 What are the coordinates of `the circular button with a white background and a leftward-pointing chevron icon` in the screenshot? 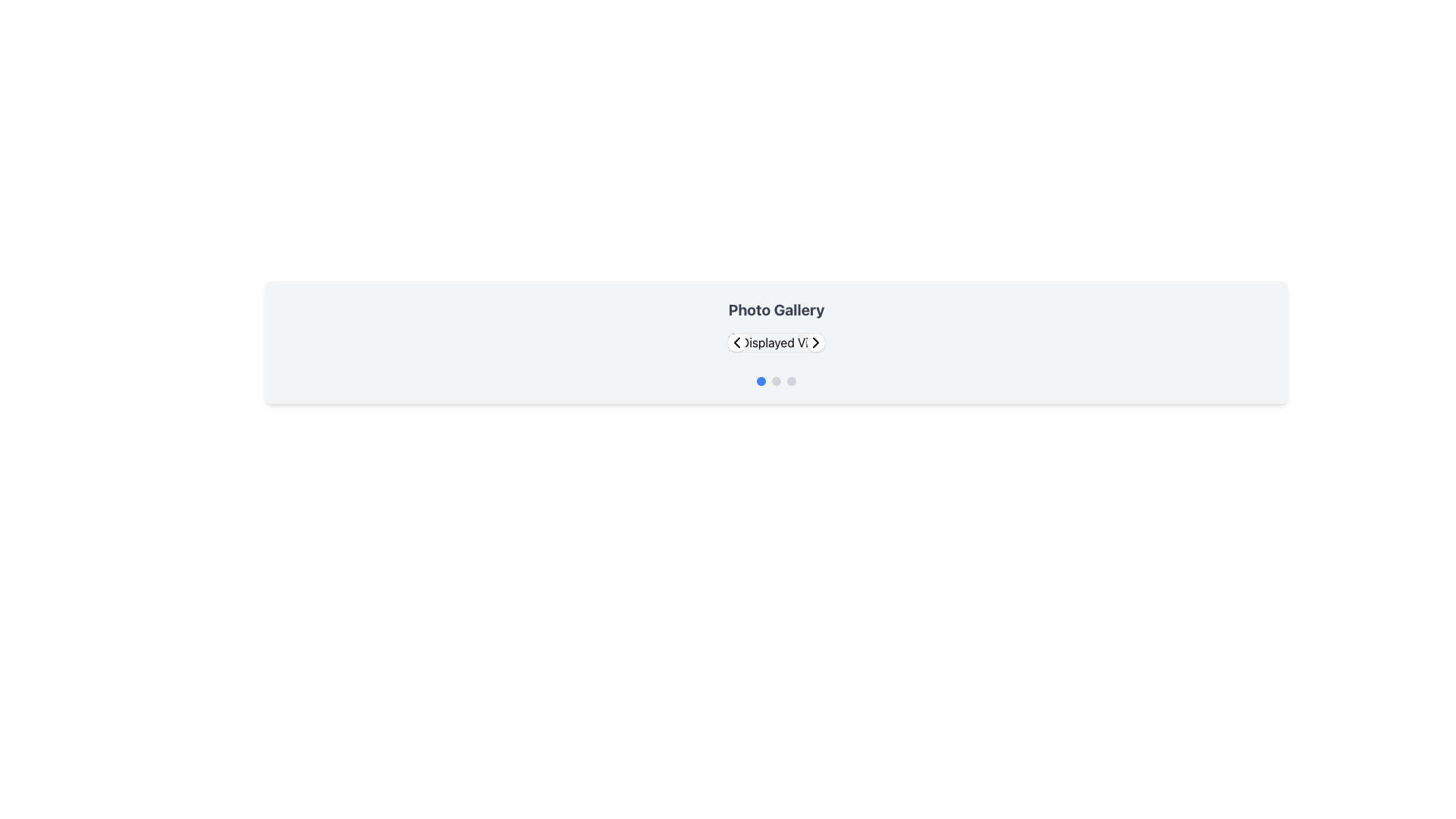 It's located at (736, 342).